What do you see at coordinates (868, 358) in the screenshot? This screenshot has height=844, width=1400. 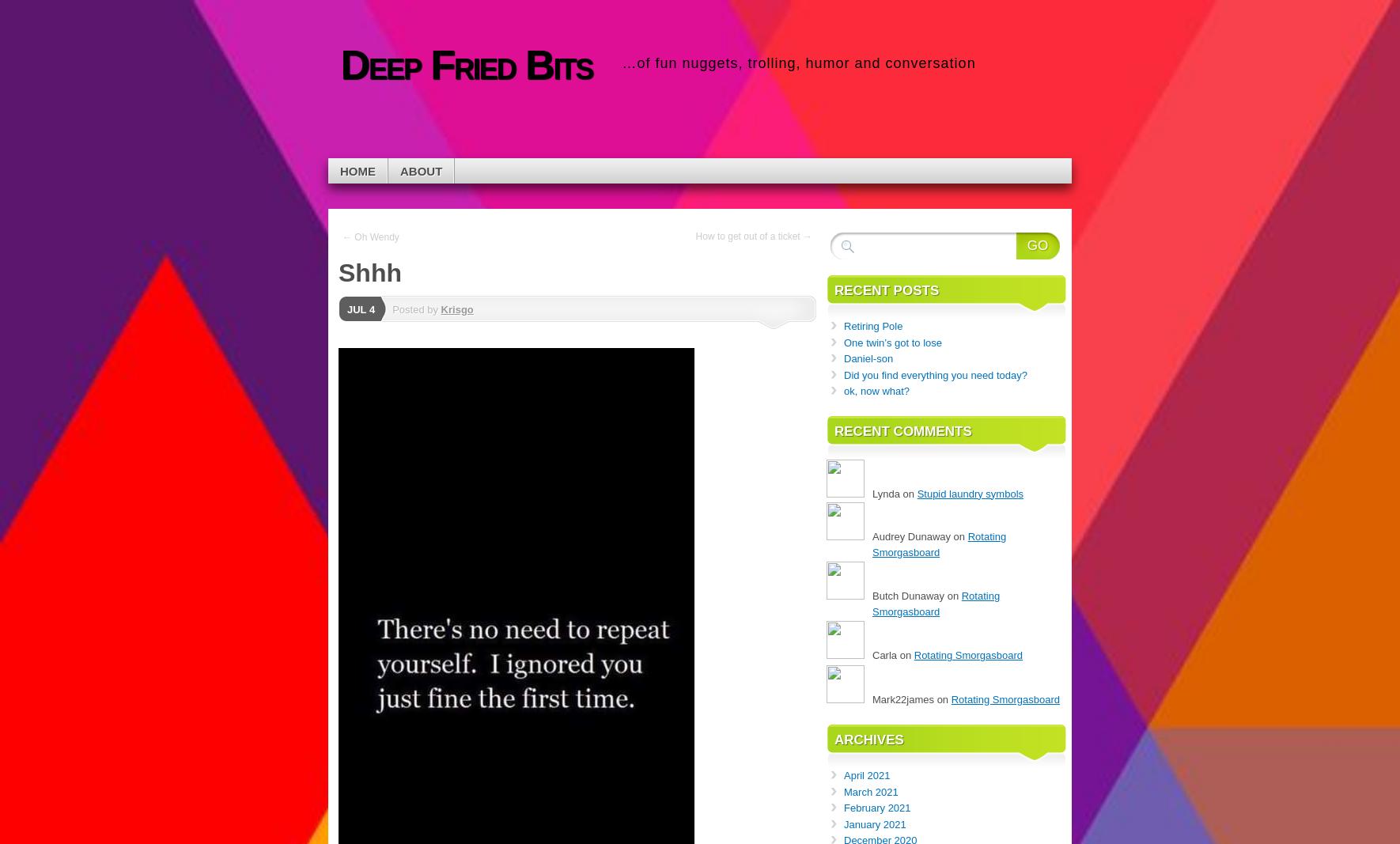 I see `'Daniel-son'` at bounding box center [868, 358].